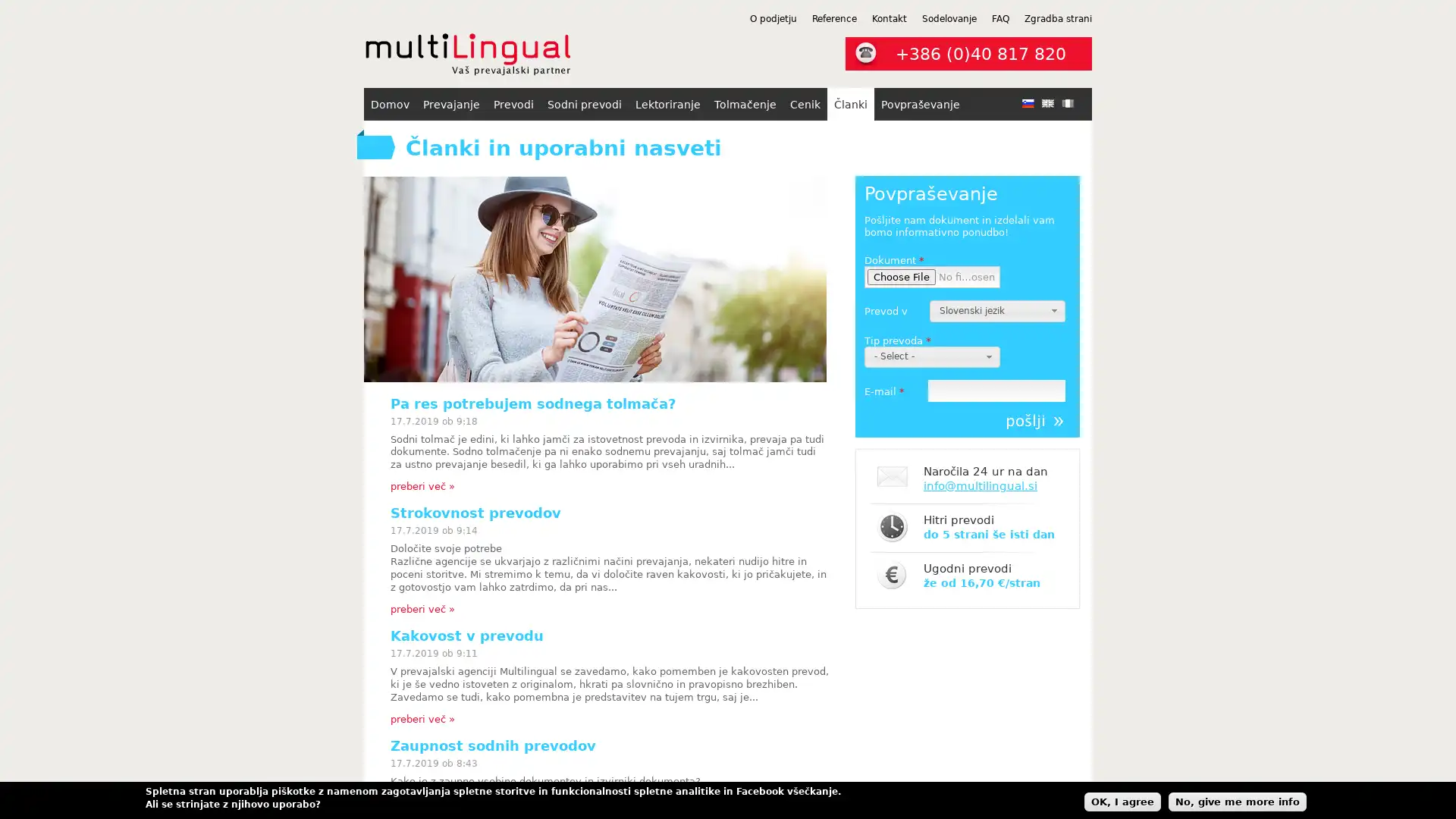 This screenshot has width=1456, height=819. Describe the element at coordinates (902, 277) in the screenshot. I see `Choose File` at that location.